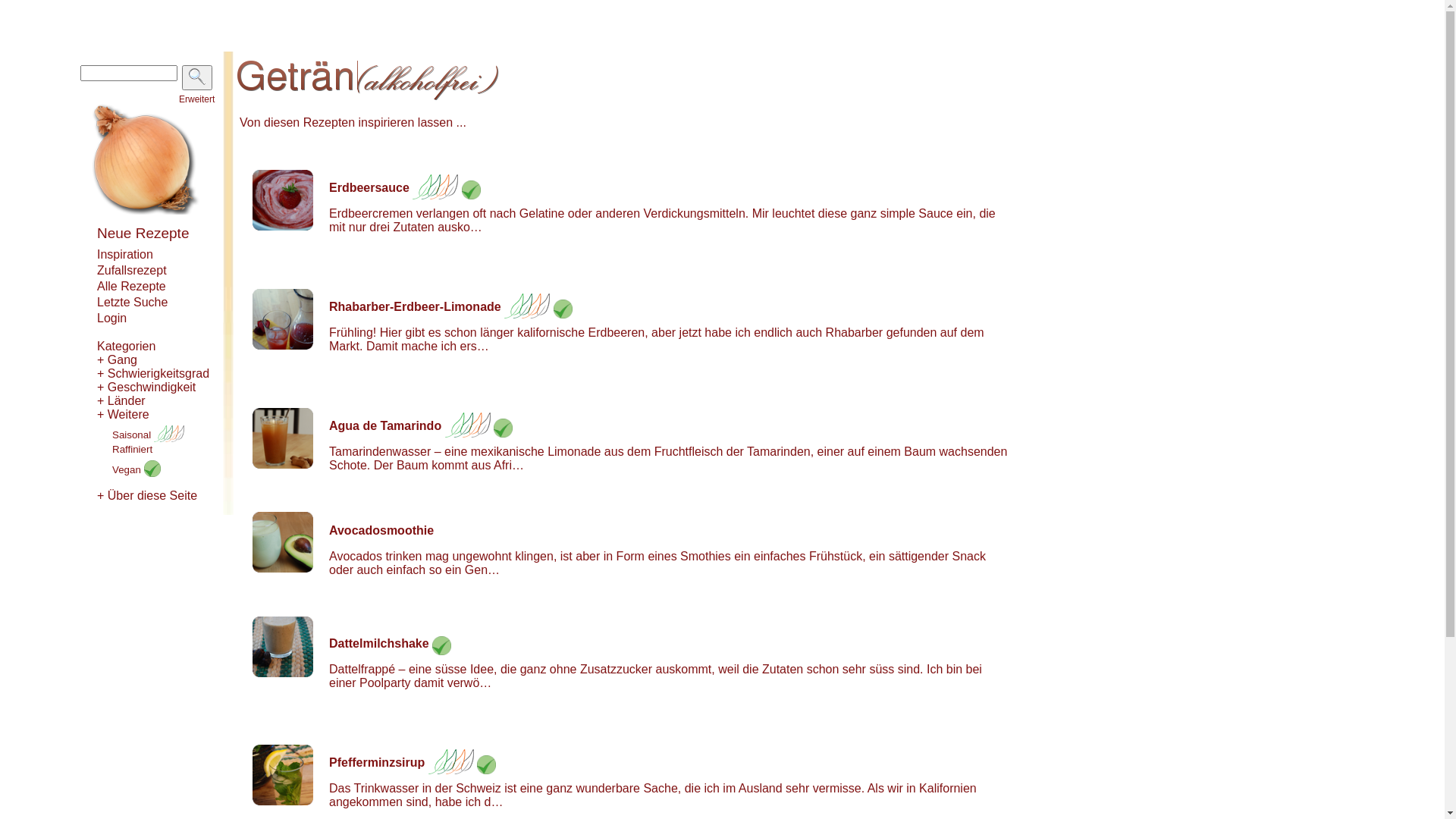 This screenshot has height=819, width=1456. Describe the element at coordinates (96, 373) in the screenshot. I see `'+ Schwierigkeitsgrad'` at that location.